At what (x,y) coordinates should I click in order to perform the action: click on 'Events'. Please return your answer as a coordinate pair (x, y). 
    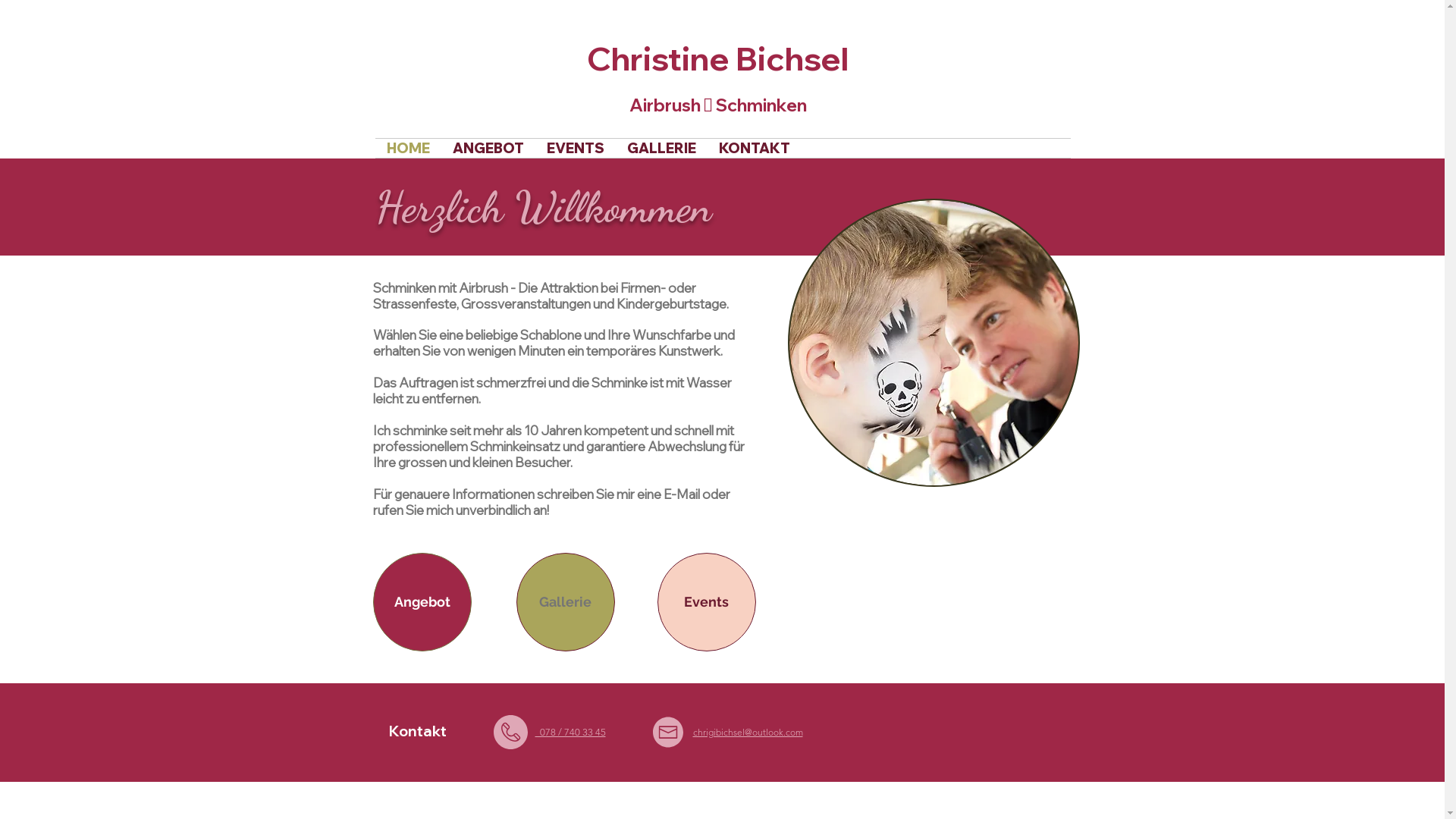
    Looking at the image, I should click on (705, 601).